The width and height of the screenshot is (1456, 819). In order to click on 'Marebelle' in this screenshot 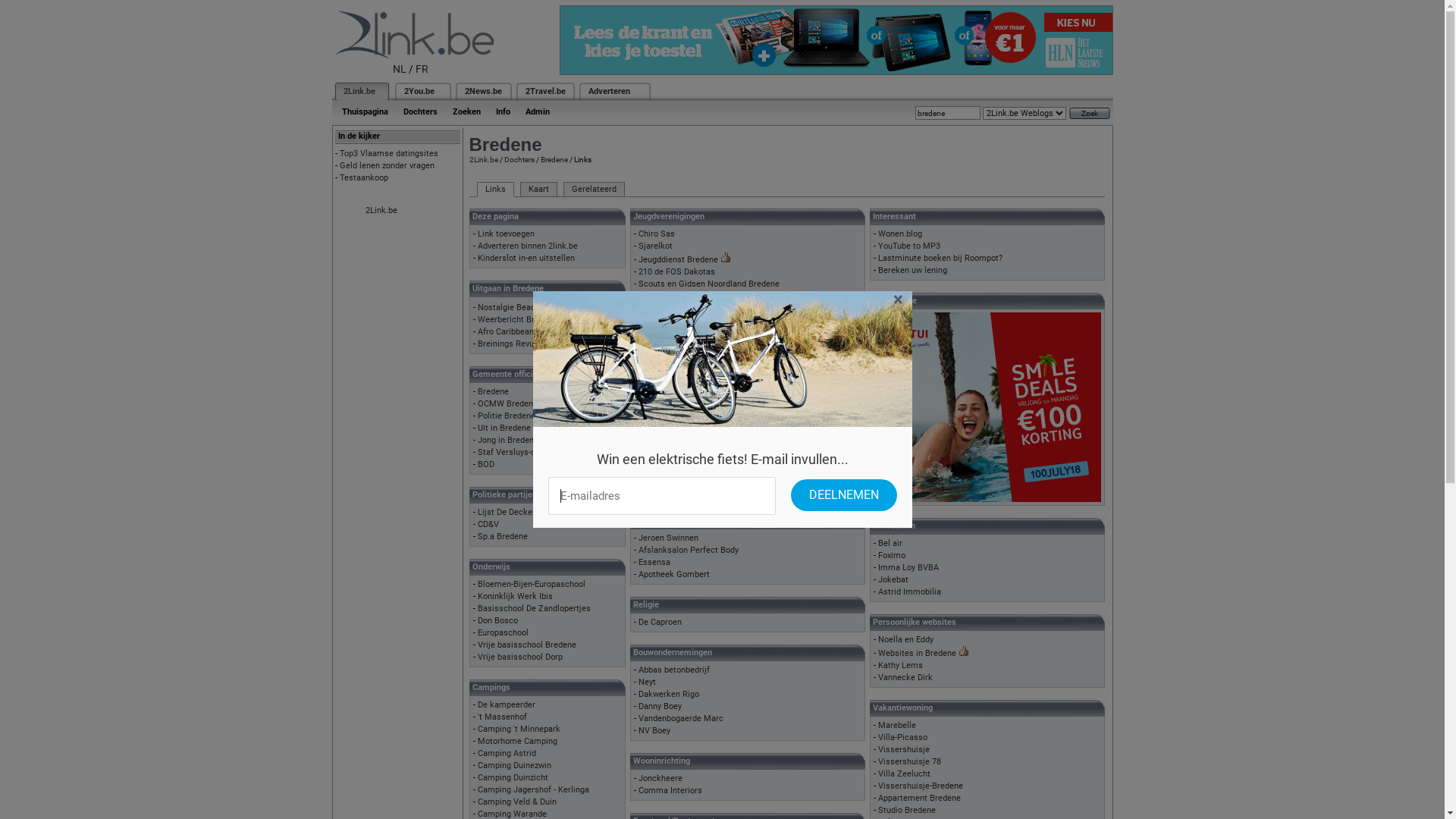, I will do `click(896, 724)`.